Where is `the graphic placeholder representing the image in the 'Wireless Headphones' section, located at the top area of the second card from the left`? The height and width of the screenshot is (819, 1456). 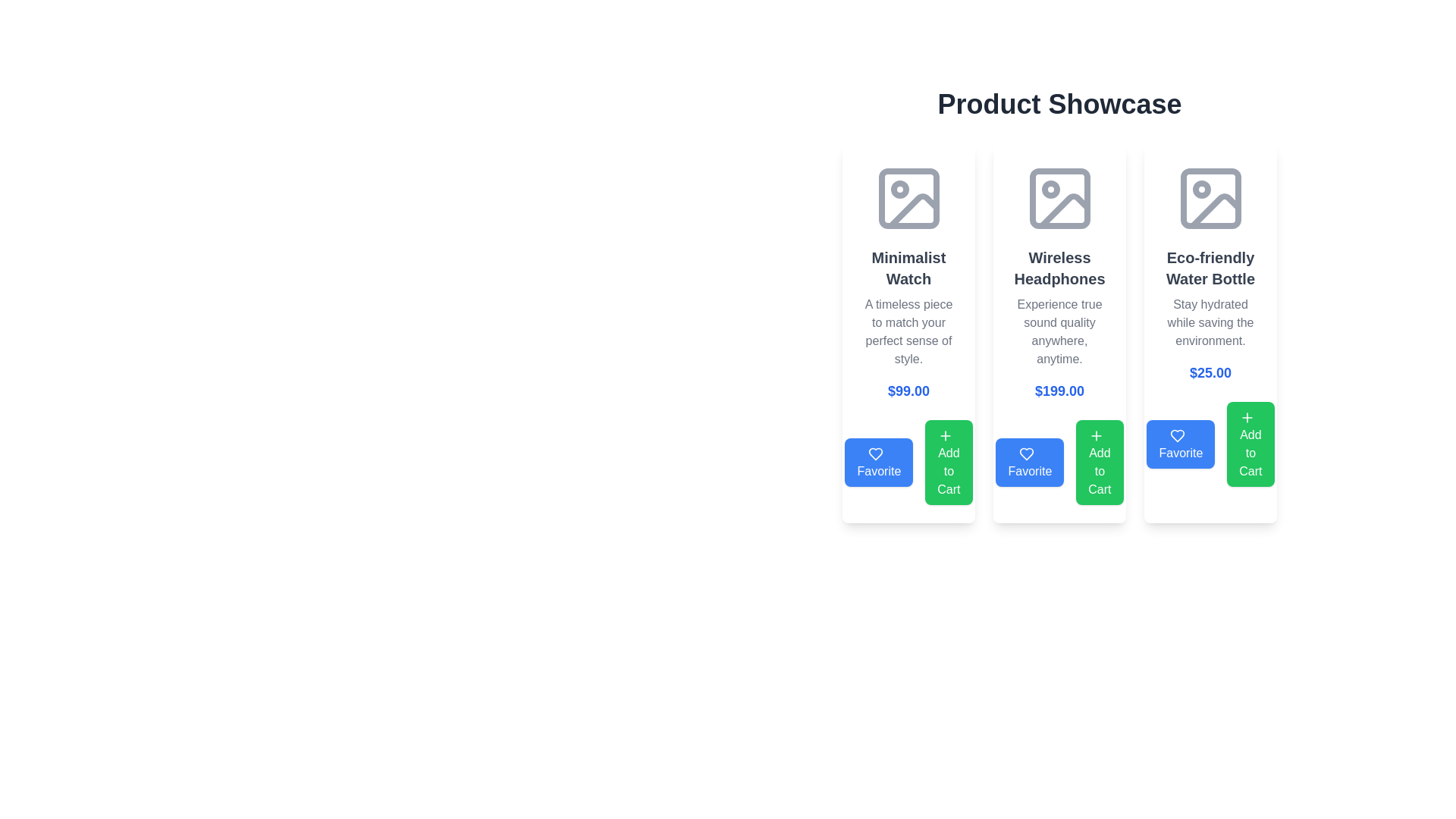 the graphic placeholder representing the image in the 'Wireless Headphones' section, located at the top area of the second card from the left is located at coordinates (1059, 198).